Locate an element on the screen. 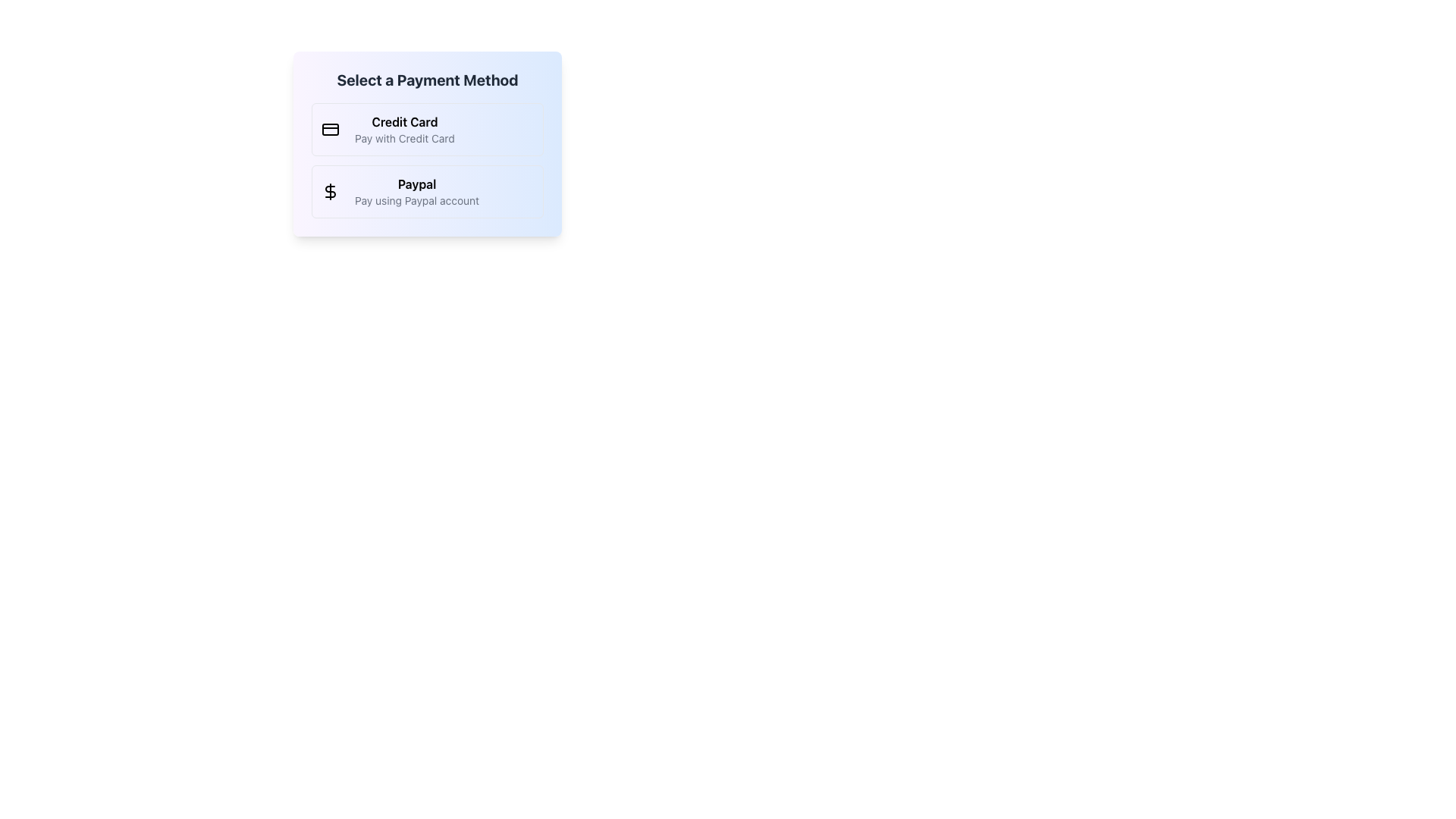  the decorative graphical element that visually represents a credit card, which is a rectangular shape with rounded corners located at the upper part of a credit card icon group is located at coordinates (330, 128).